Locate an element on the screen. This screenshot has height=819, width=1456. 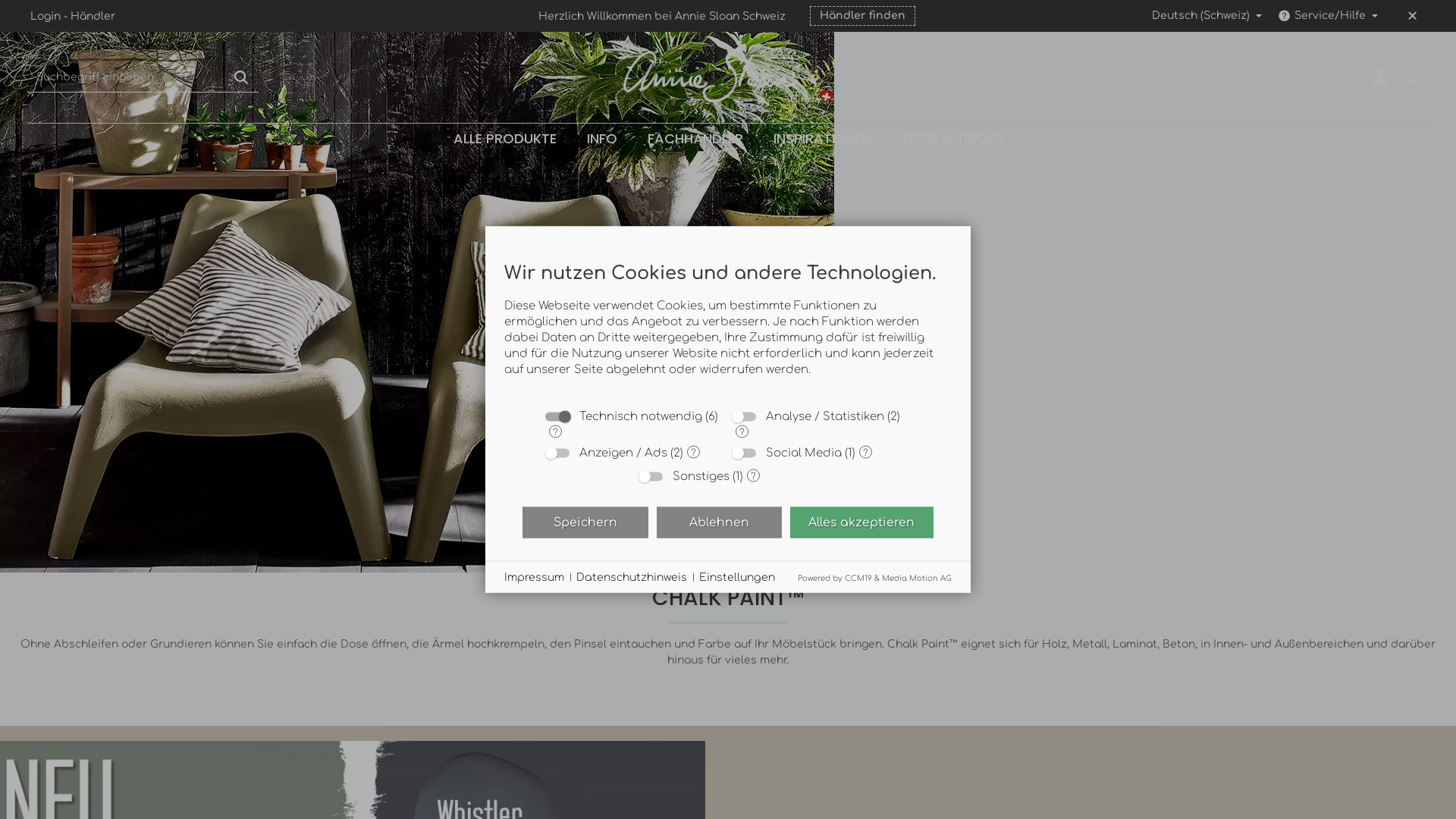
'Service/Hilfe' is located at coordinates (1326, 15).